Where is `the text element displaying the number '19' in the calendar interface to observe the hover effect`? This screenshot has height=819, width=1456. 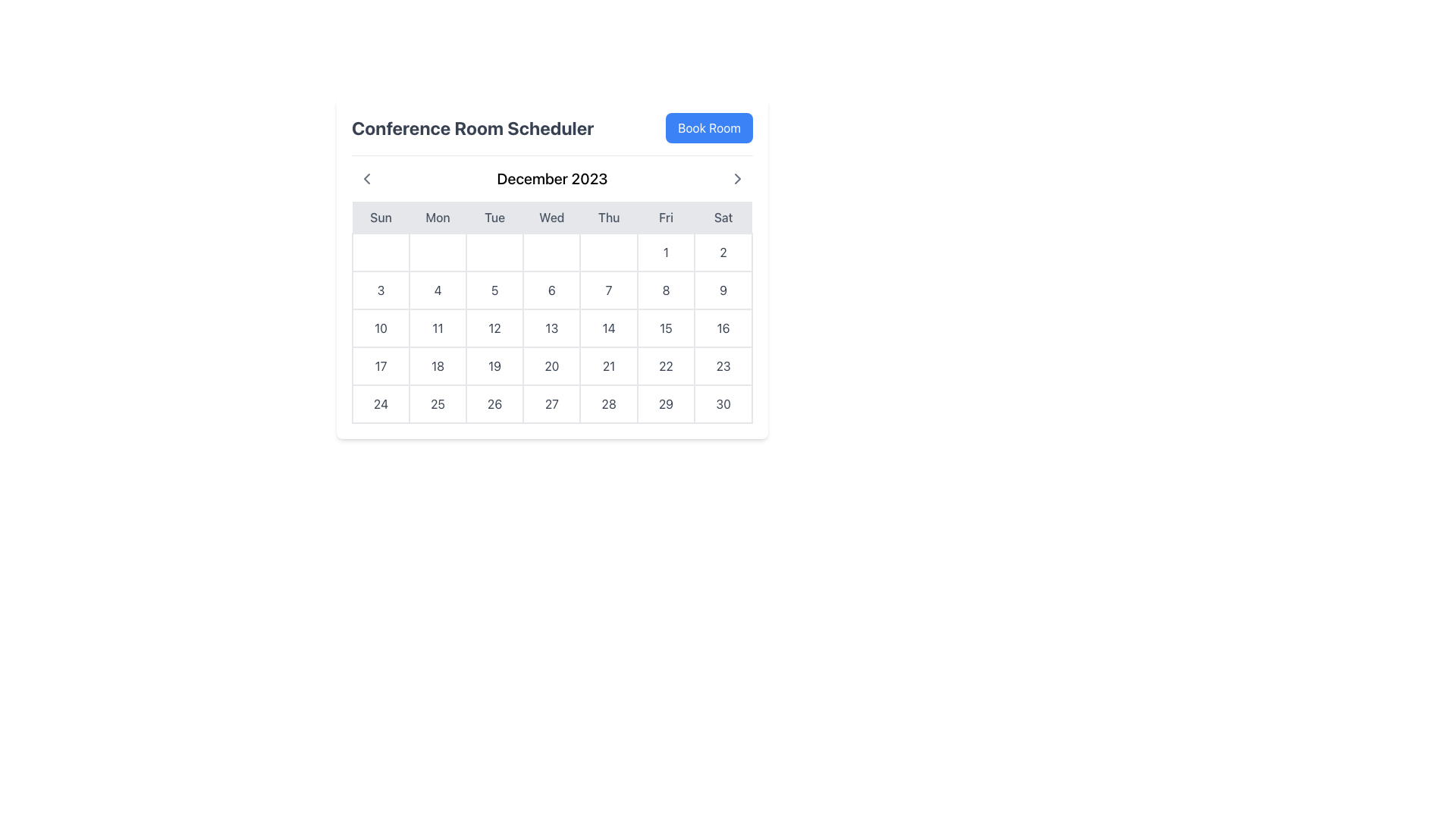 the text element displaying the number '19' in the calendar interface to observe the hover effect is located at coordinates (494, 366).